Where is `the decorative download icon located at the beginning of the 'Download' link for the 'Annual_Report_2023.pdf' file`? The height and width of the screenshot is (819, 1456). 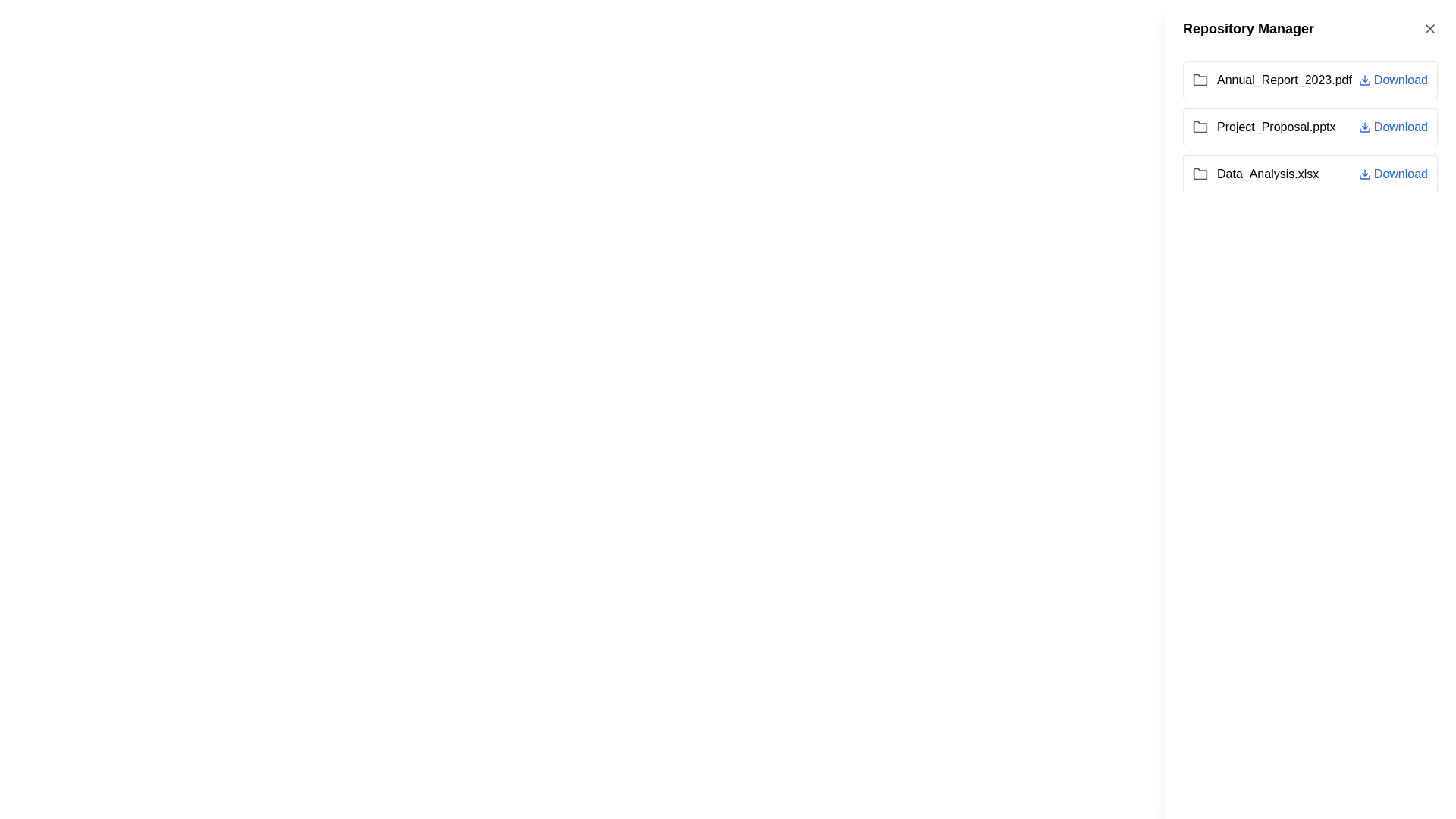 the decorative download icon located at the beginning of the 'Download' link for the 'Annual_Report_2023.pdf' file is located at coordinates (1364, 80).